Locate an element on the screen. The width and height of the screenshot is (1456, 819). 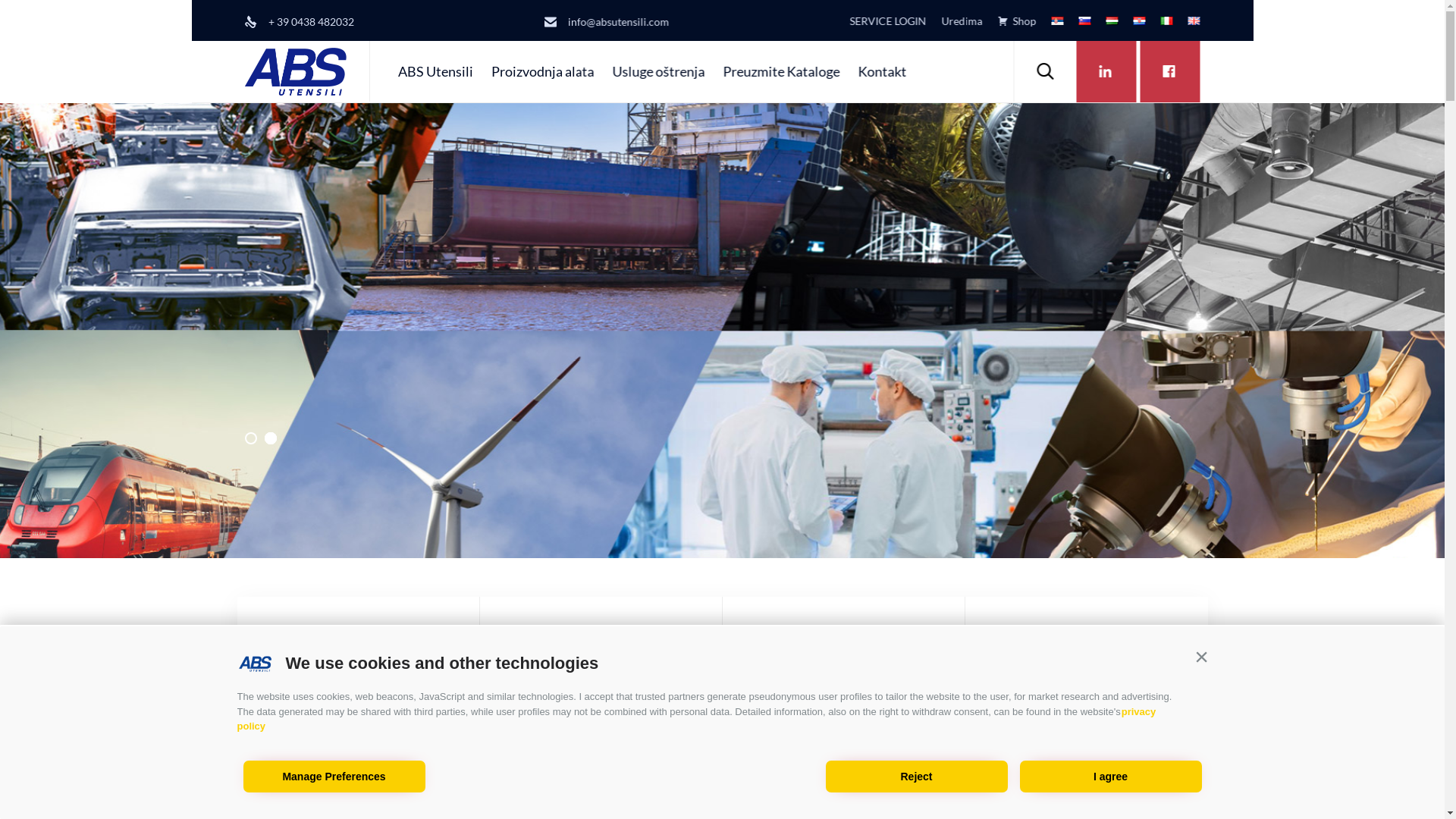
'Proizvodnja alata' is located at coordinates (542, 71).